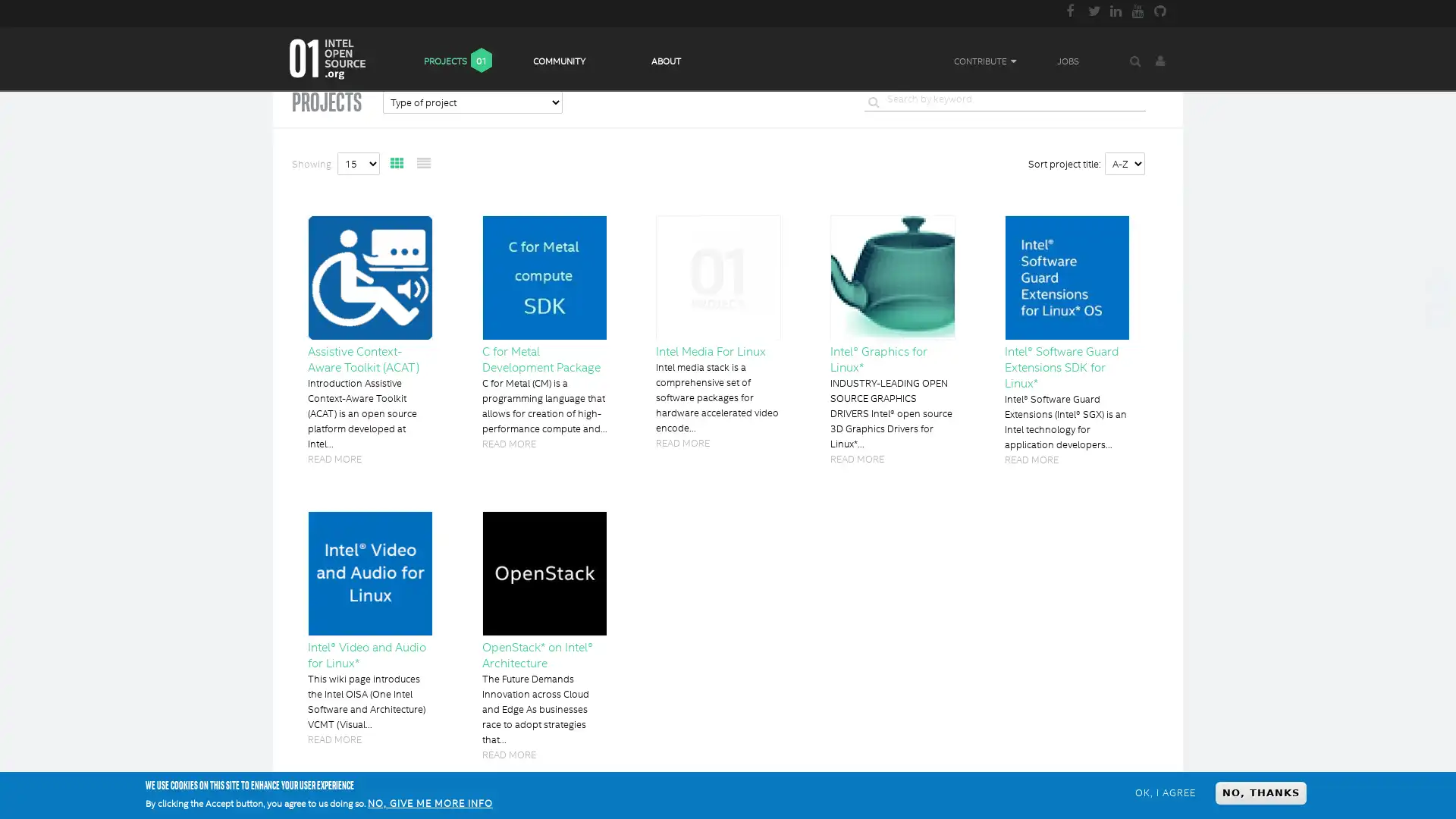 Image resolution: width=1456 pixels, height=819 pixels. What do you see at coordinates (429, 803) in the screenshot?
I see `NO, GIVE ME MORE INFO` at bounding box center [429, 803].